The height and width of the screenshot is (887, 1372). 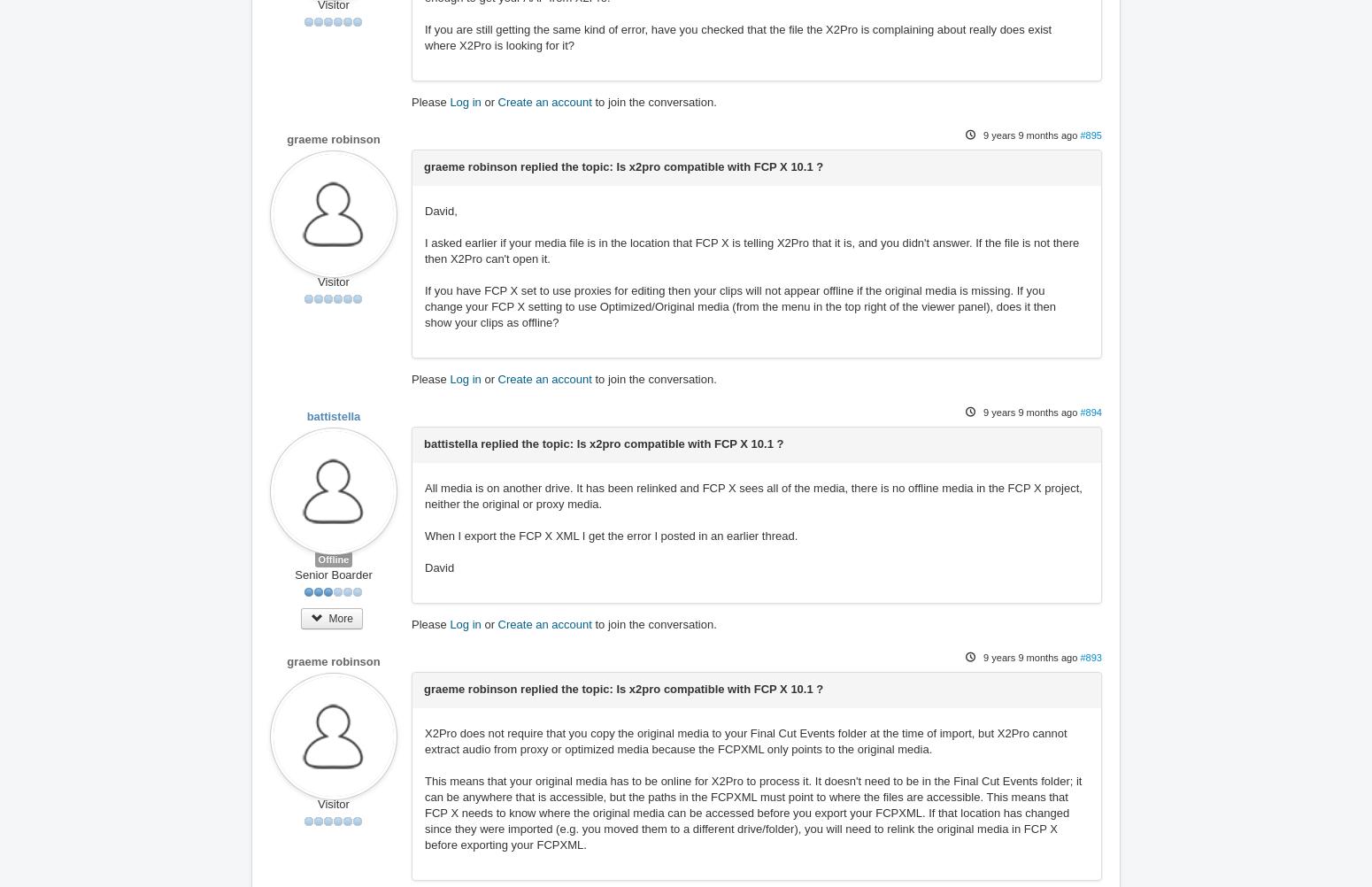 I want to click on 'This means that your original media has to be online for X2Pro to process it. It doesn't need to be  in the Final Cut Events folder; it can be anywhere that is accessible, but the paths in the FCPXML must point to where the files are accessible. This means that FCP X needs to know where the original media can be accessed before you export your FCPXML. If that location has changed since they were imported (e.g. you moved them to a different drive/folder), you will need to relink the original media in FCP X before exporting your FCPXML.', so click(x=752, y=813).